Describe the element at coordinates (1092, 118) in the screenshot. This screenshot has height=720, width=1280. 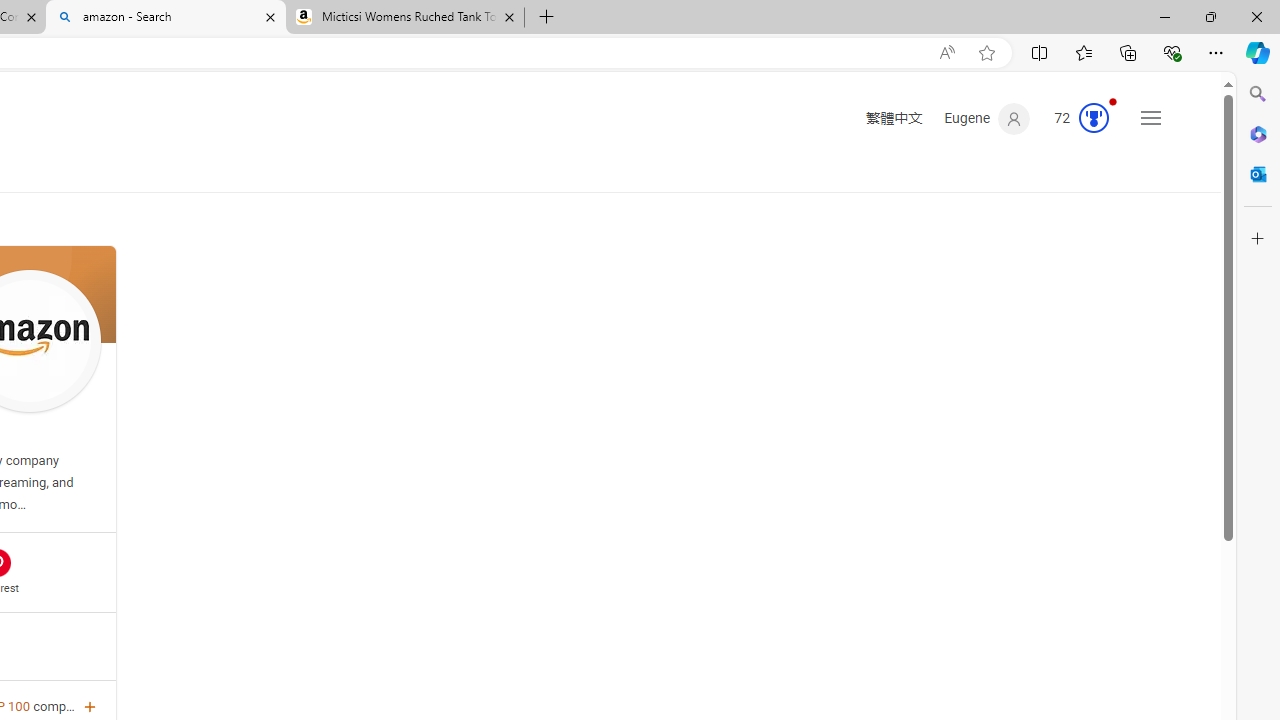
I see `'AutomationID: serp_medal_svg'` at that location.